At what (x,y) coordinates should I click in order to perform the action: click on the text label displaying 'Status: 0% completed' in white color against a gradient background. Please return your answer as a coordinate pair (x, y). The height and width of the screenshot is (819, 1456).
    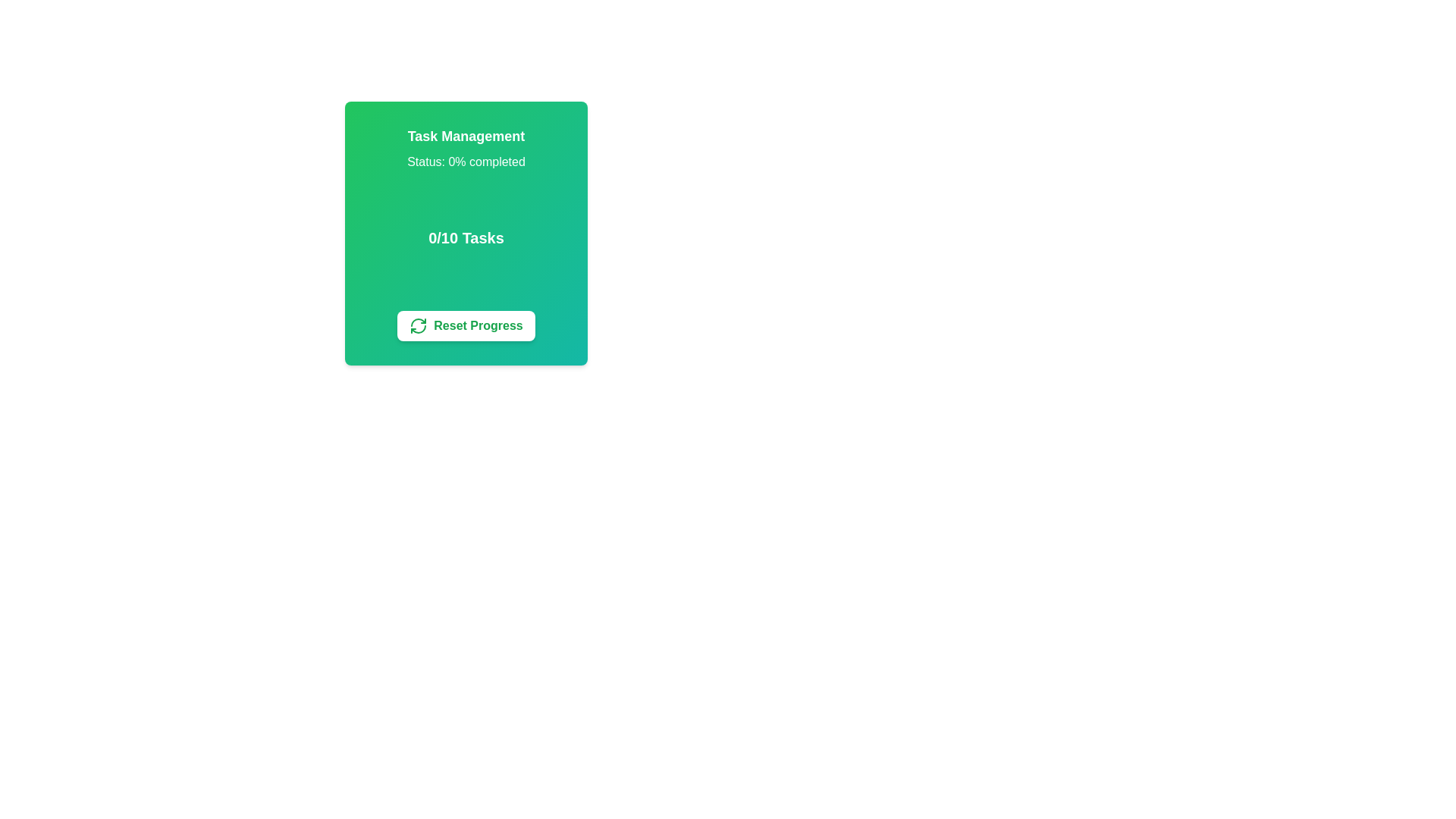
    Looking at the image, I should click on (465, 162).